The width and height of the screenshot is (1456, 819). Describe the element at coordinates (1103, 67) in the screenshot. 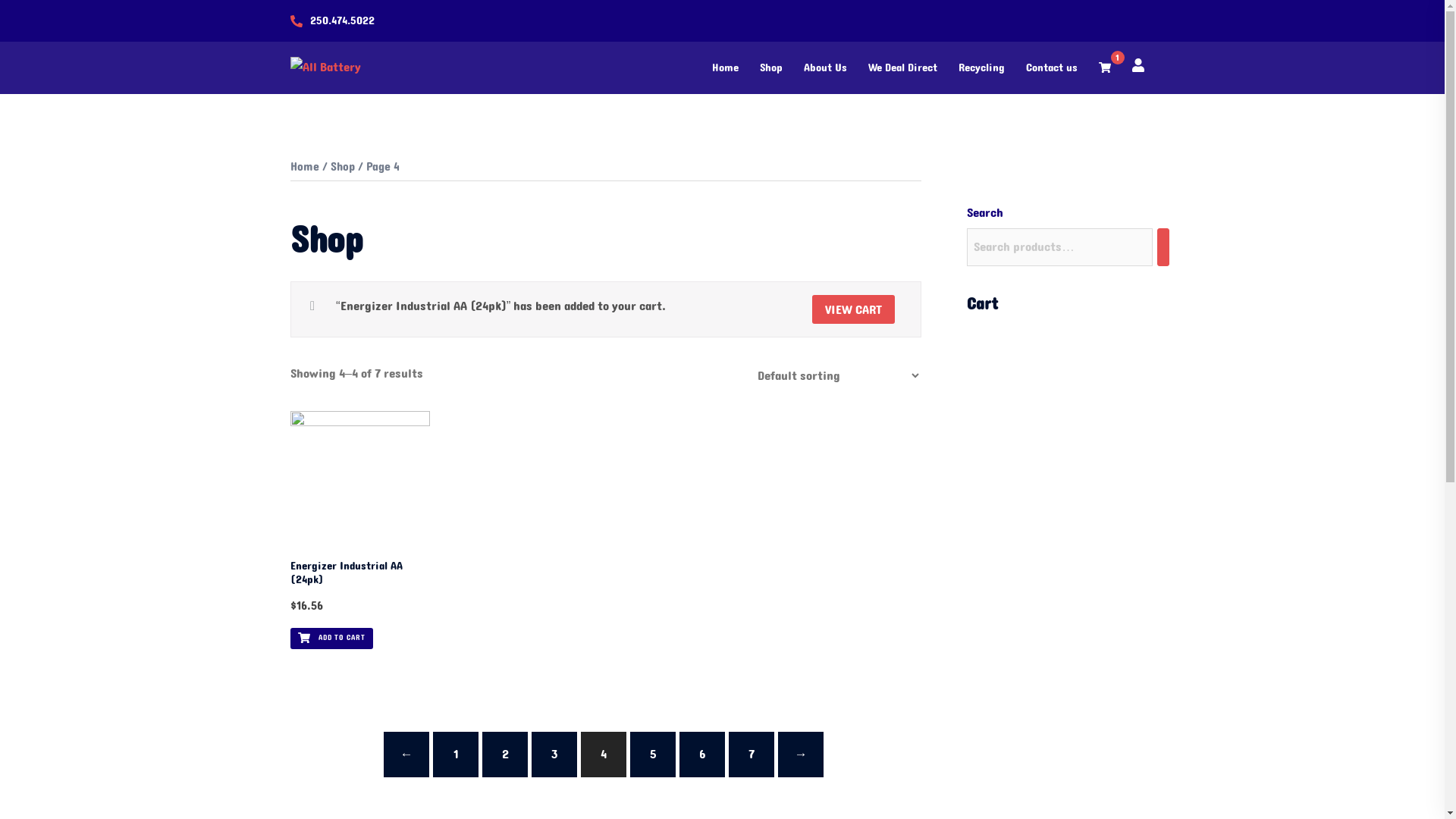

I see `'1'` at that location.